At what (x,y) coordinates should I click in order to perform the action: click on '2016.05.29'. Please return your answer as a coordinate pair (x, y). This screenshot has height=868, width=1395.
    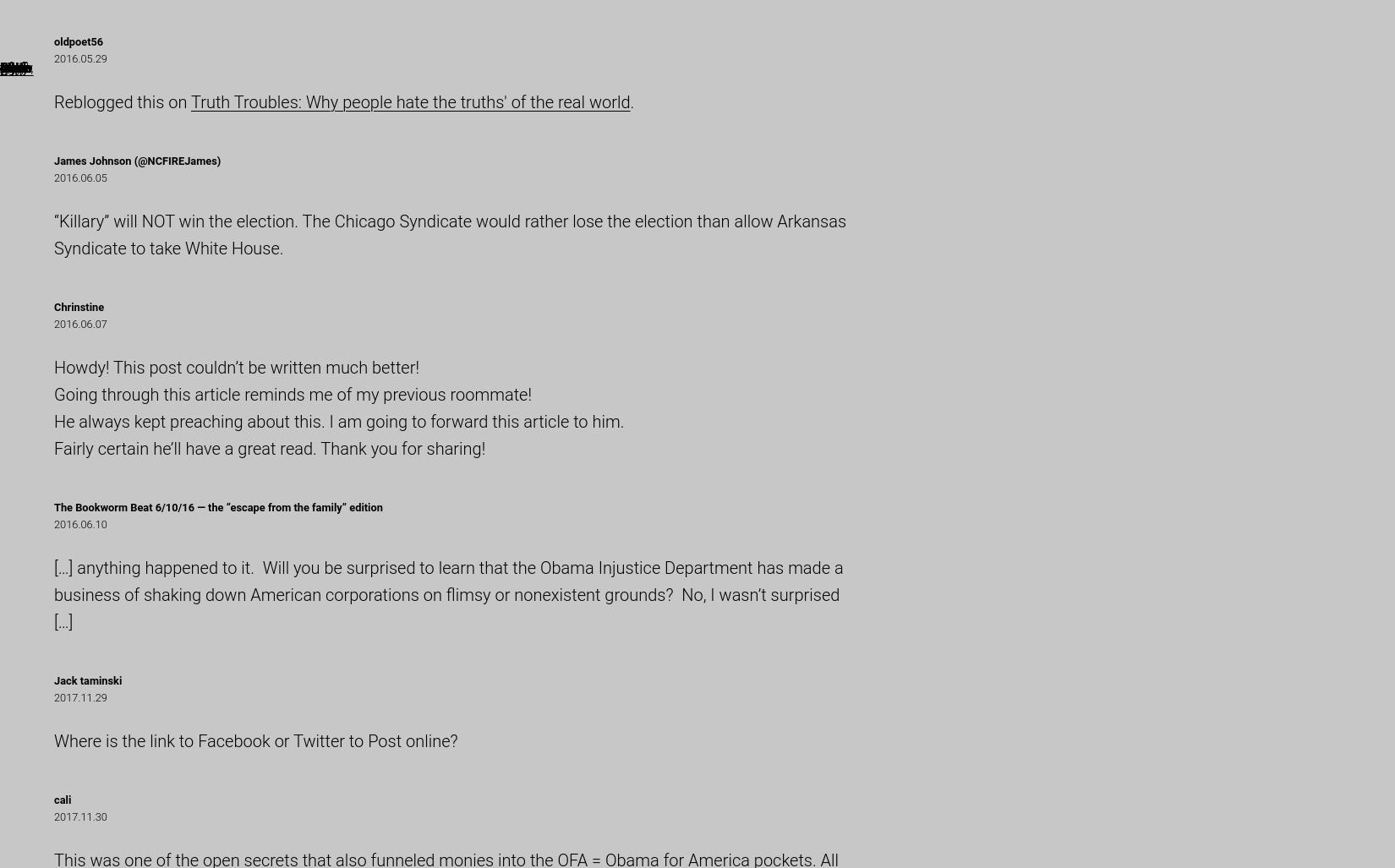
    Looking at the image, I should click on (54, 57).